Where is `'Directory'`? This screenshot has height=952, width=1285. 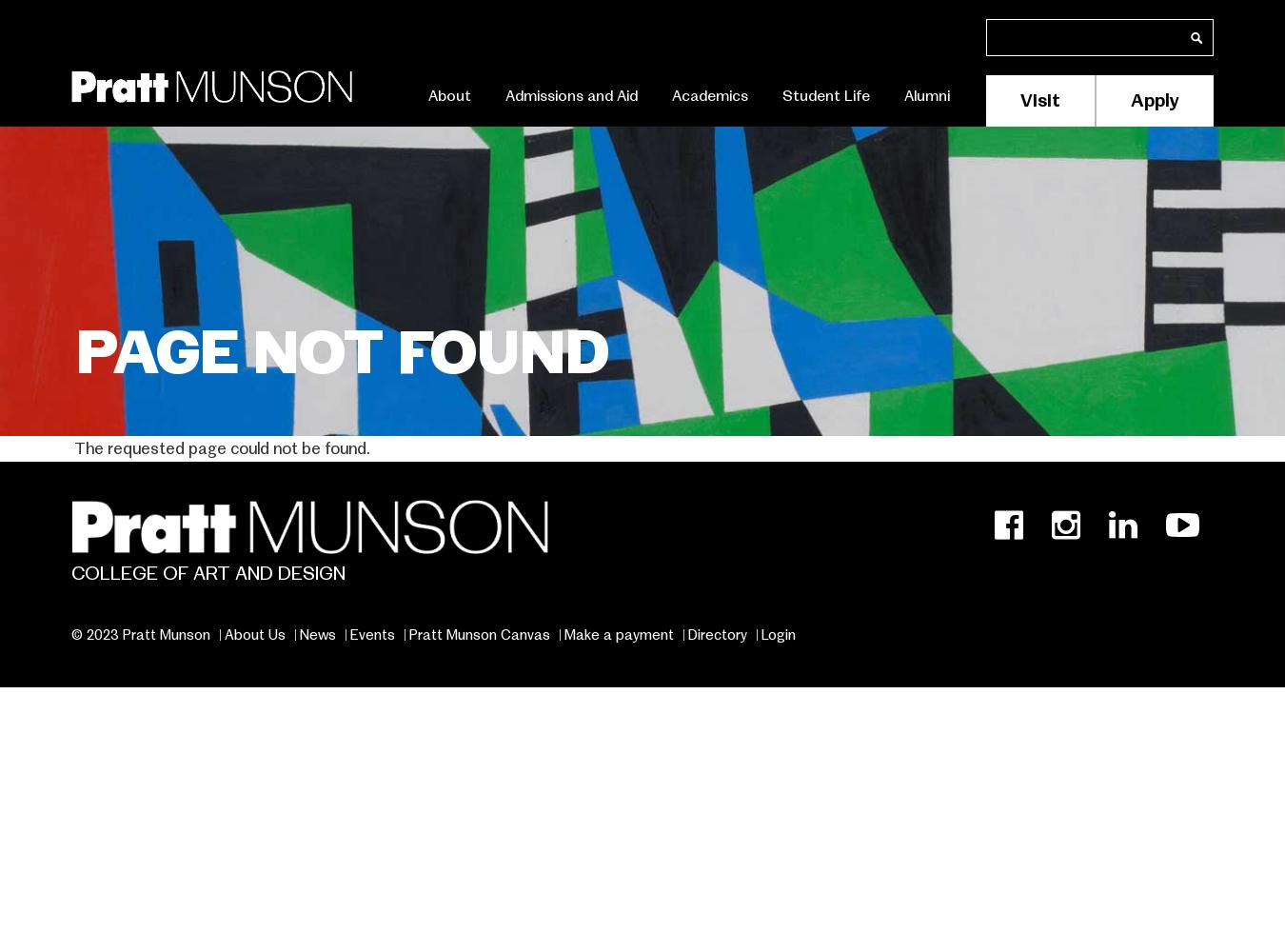
'Directory' is located at coordinates (687, 634).